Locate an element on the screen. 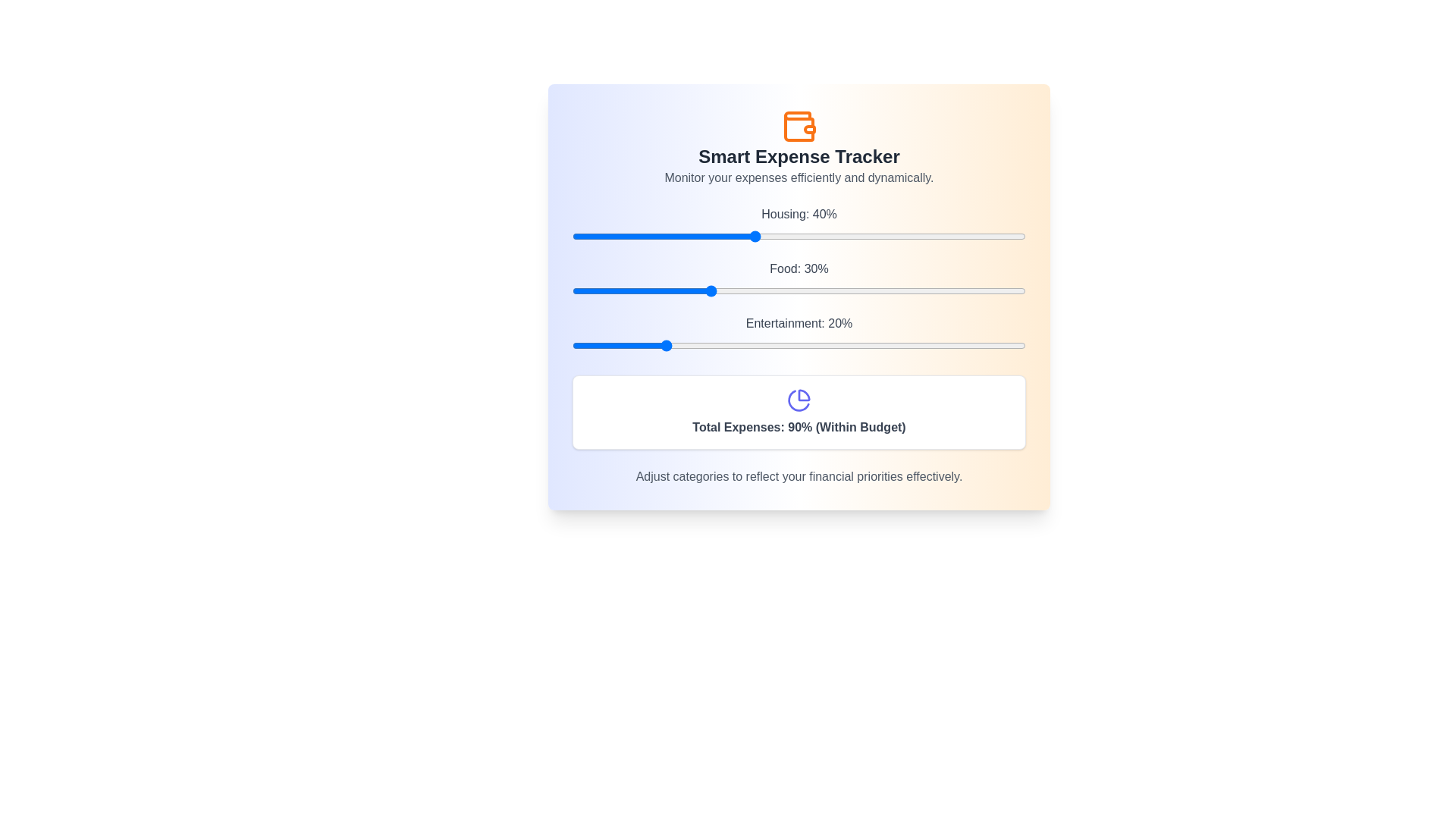  the Entertainment slider to 99% is located at coordinates (1021, 345).